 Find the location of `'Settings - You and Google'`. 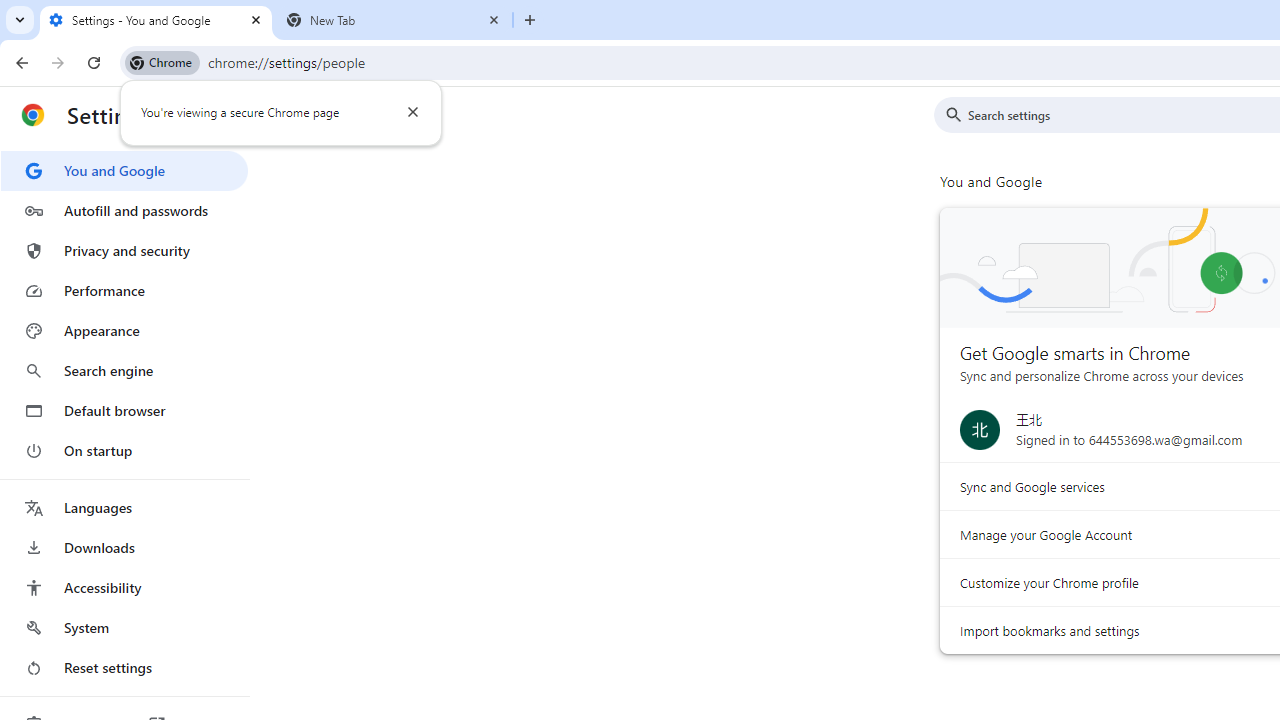

'Settings - You and Google' is located at coordinates (155, 20).